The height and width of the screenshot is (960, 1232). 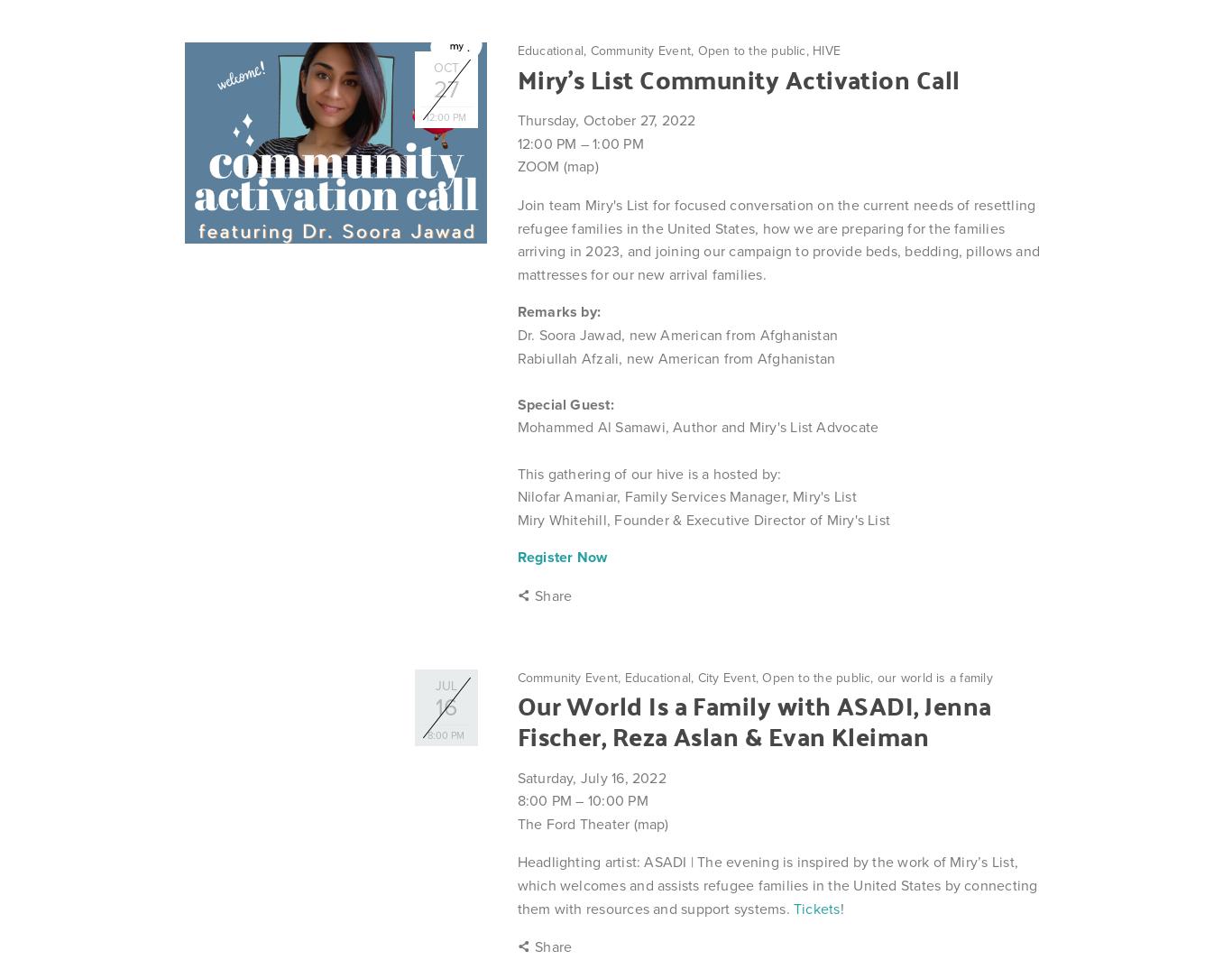 What do you see at coordinates (933, 677) in the screenshot?
I see `'our world is a family'` at bounding box center [933, 677].